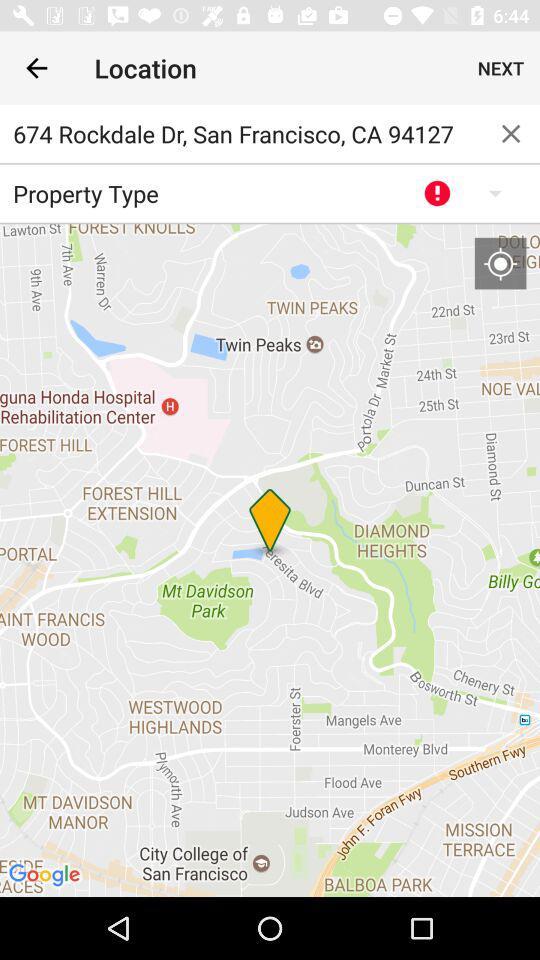  I want to click on search, so click(511, 132).